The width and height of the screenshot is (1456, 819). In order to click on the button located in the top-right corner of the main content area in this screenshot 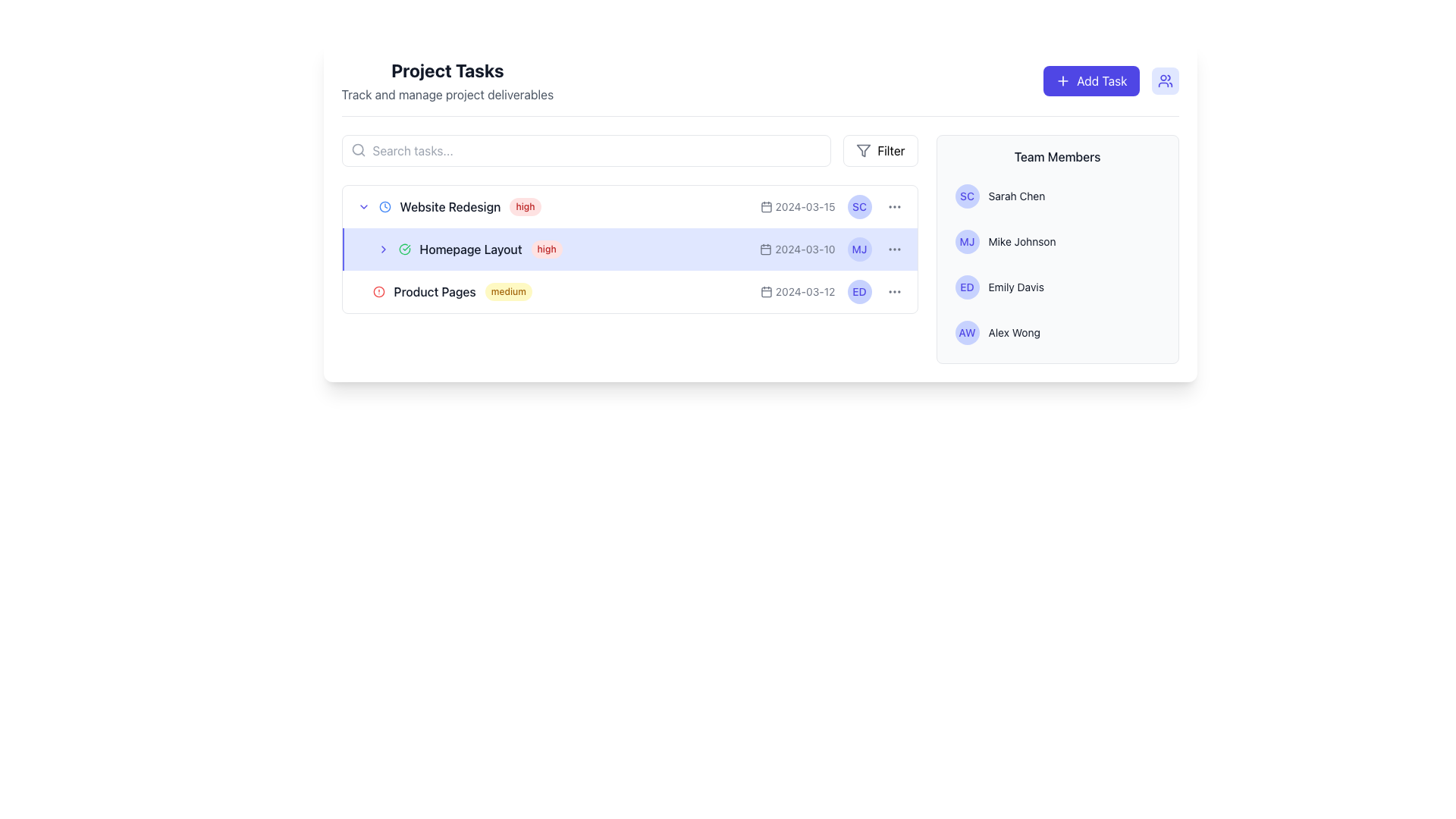, I will do `click(880, 151)`.